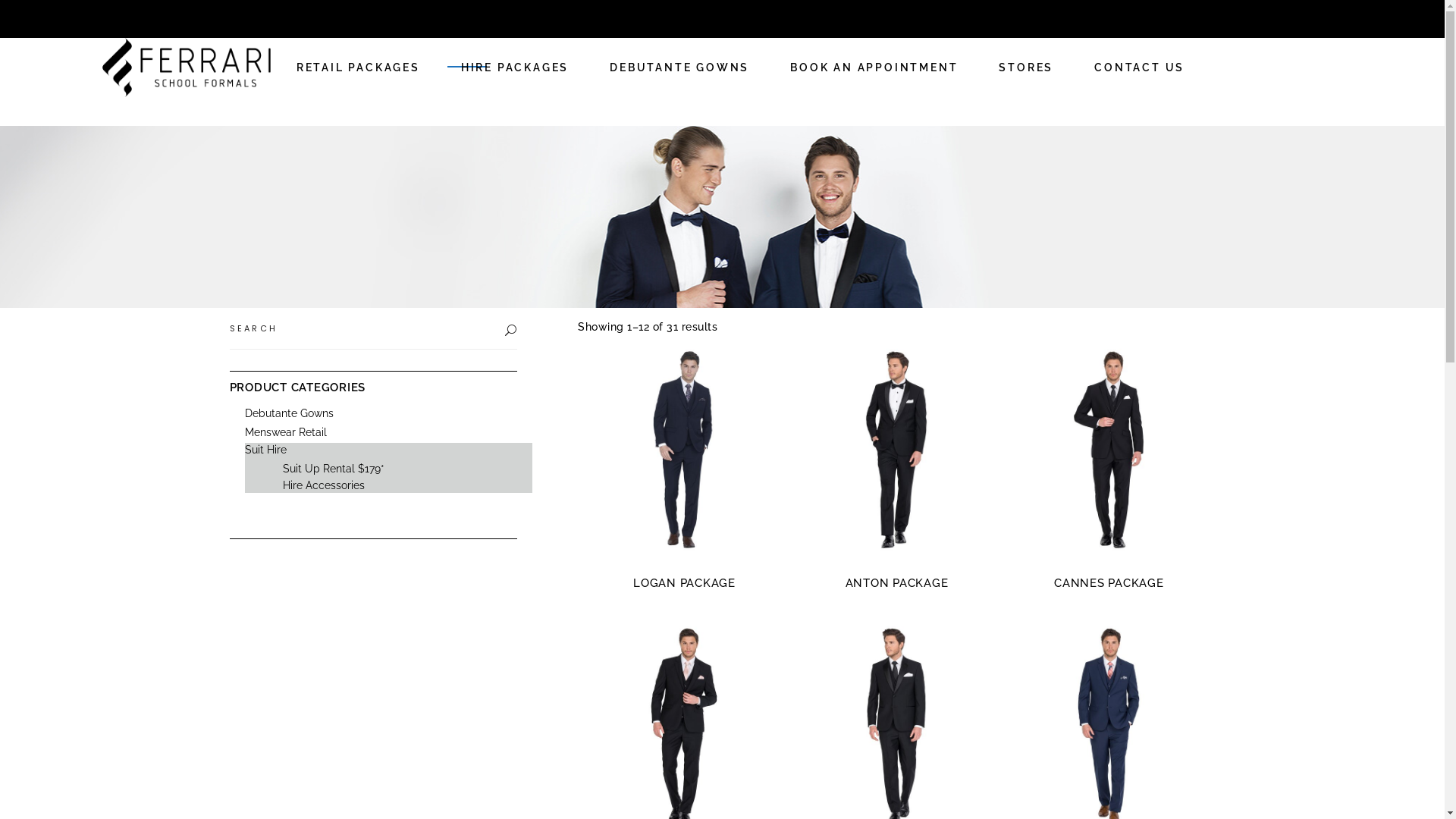 The image size is (1456, 819). I want to click on 'CANNES PACKAGE', so click(1109, 582).